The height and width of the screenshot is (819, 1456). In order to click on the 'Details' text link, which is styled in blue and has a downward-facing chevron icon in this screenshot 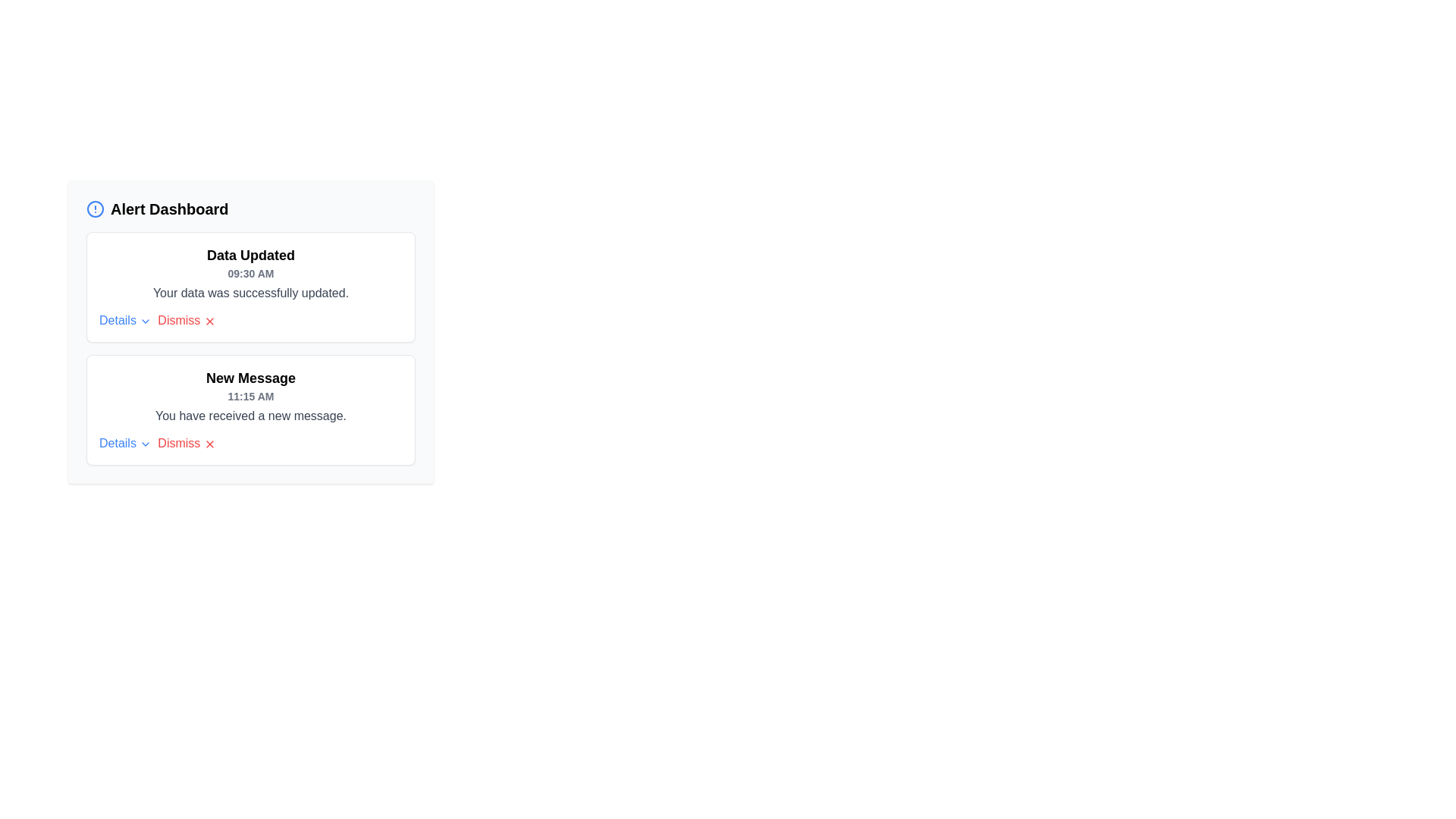, I will do `click(125, 444)`.